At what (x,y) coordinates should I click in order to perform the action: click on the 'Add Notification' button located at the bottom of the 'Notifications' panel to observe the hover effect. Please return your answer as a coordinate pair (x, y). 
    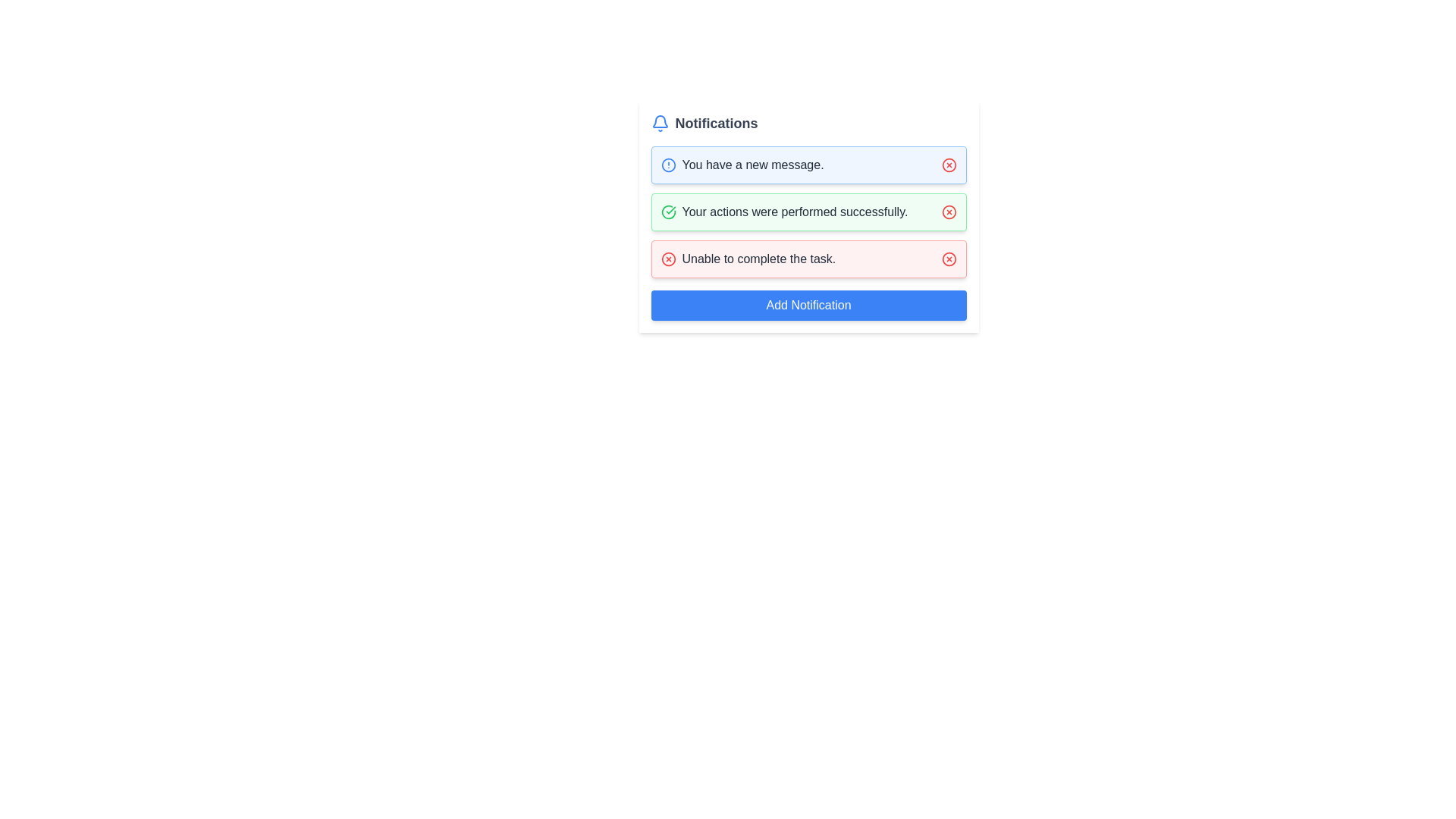
    Looking at the image, I should click on (808, 305).